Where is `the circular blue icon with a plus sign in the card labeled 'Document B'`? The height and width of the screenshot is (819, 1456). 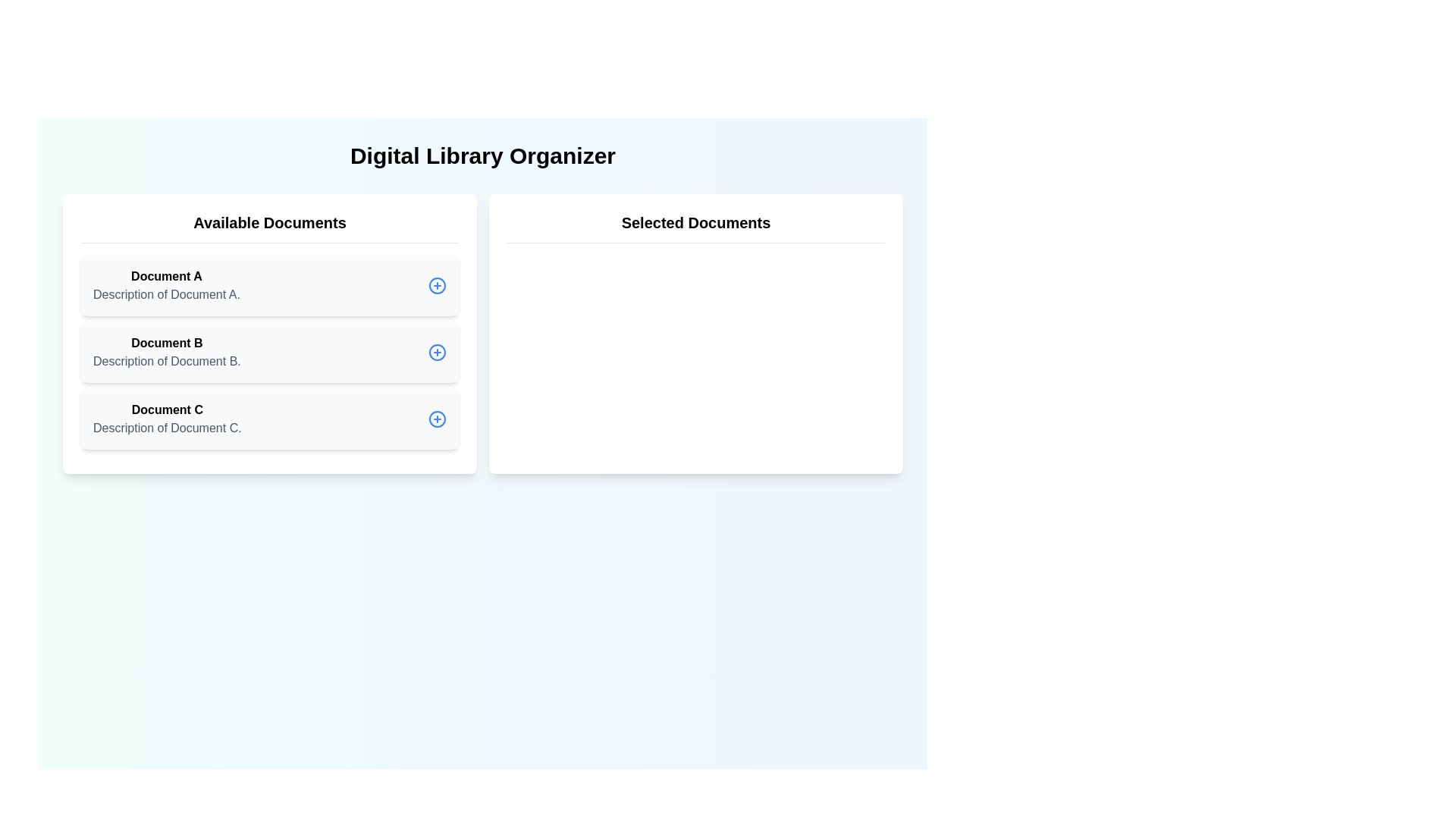 the circular blue icon with a plus sign in the card labeled 'Document B' is located at coordinates (436, 353).